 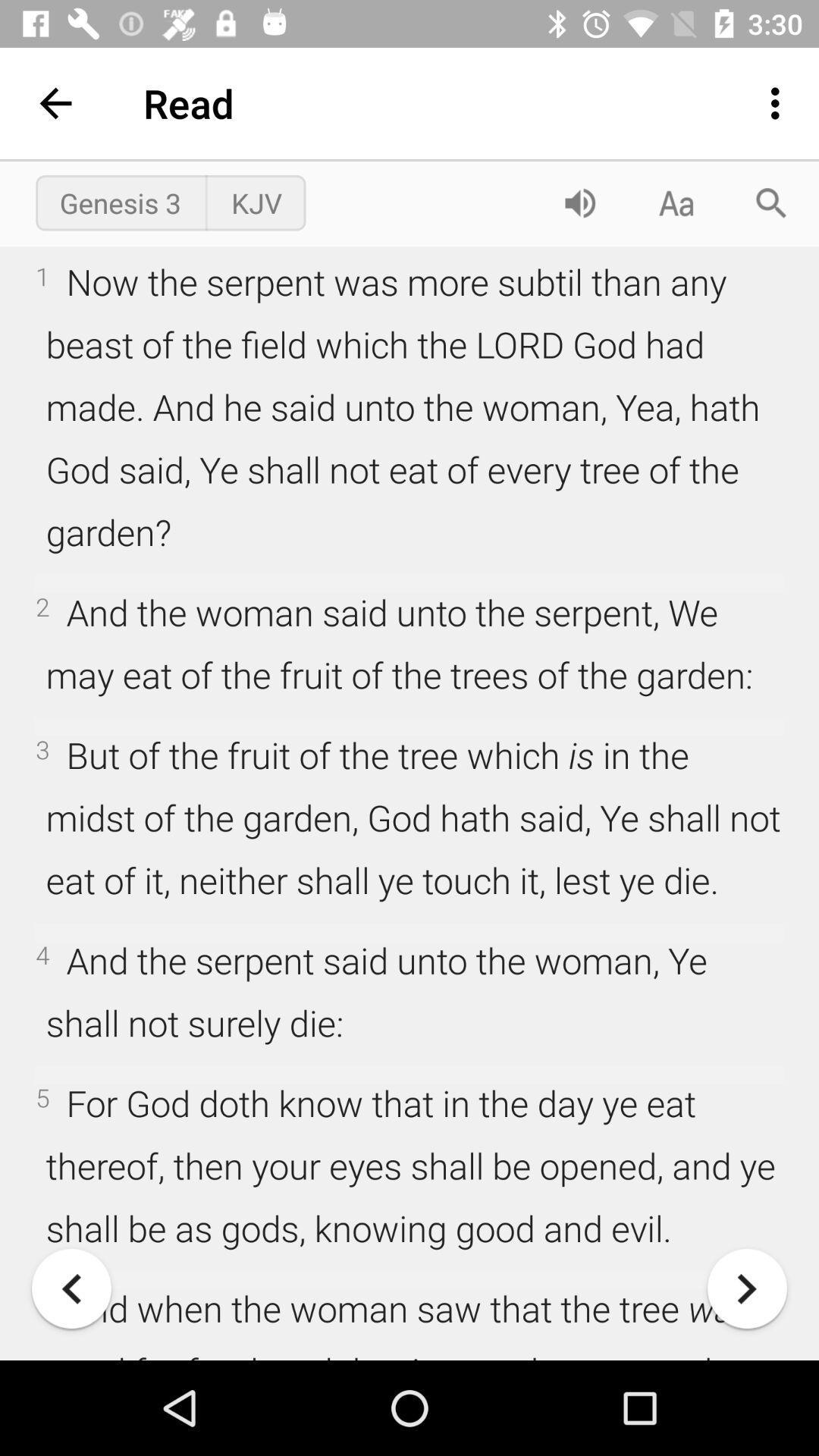 I want to click on the app next to the read app, so click(x=55, y=102).